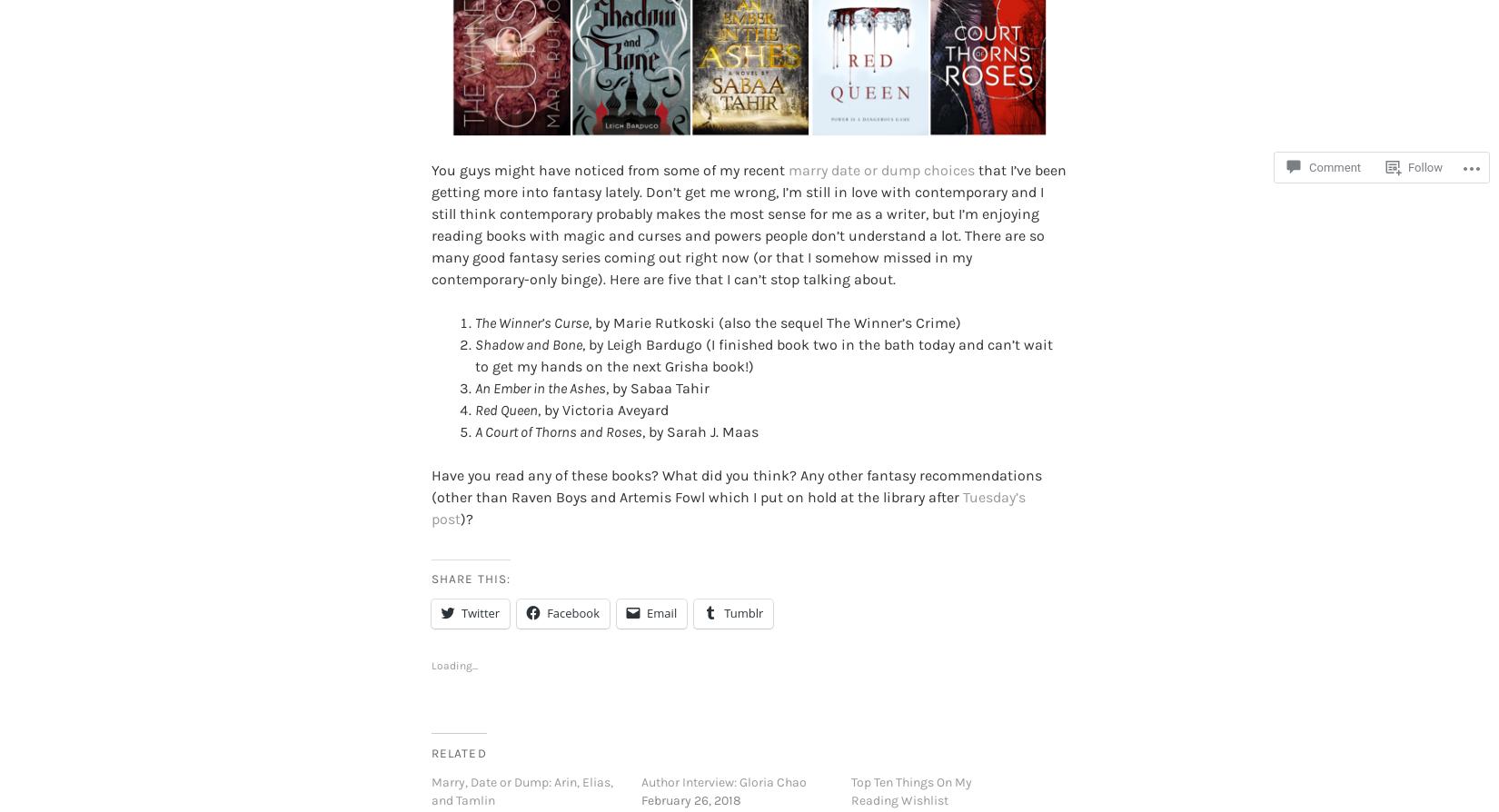  What do you see at coordinates (505, 379) in the screenshot?
I see `'Red Queen'` at bounding box center [505, 379].